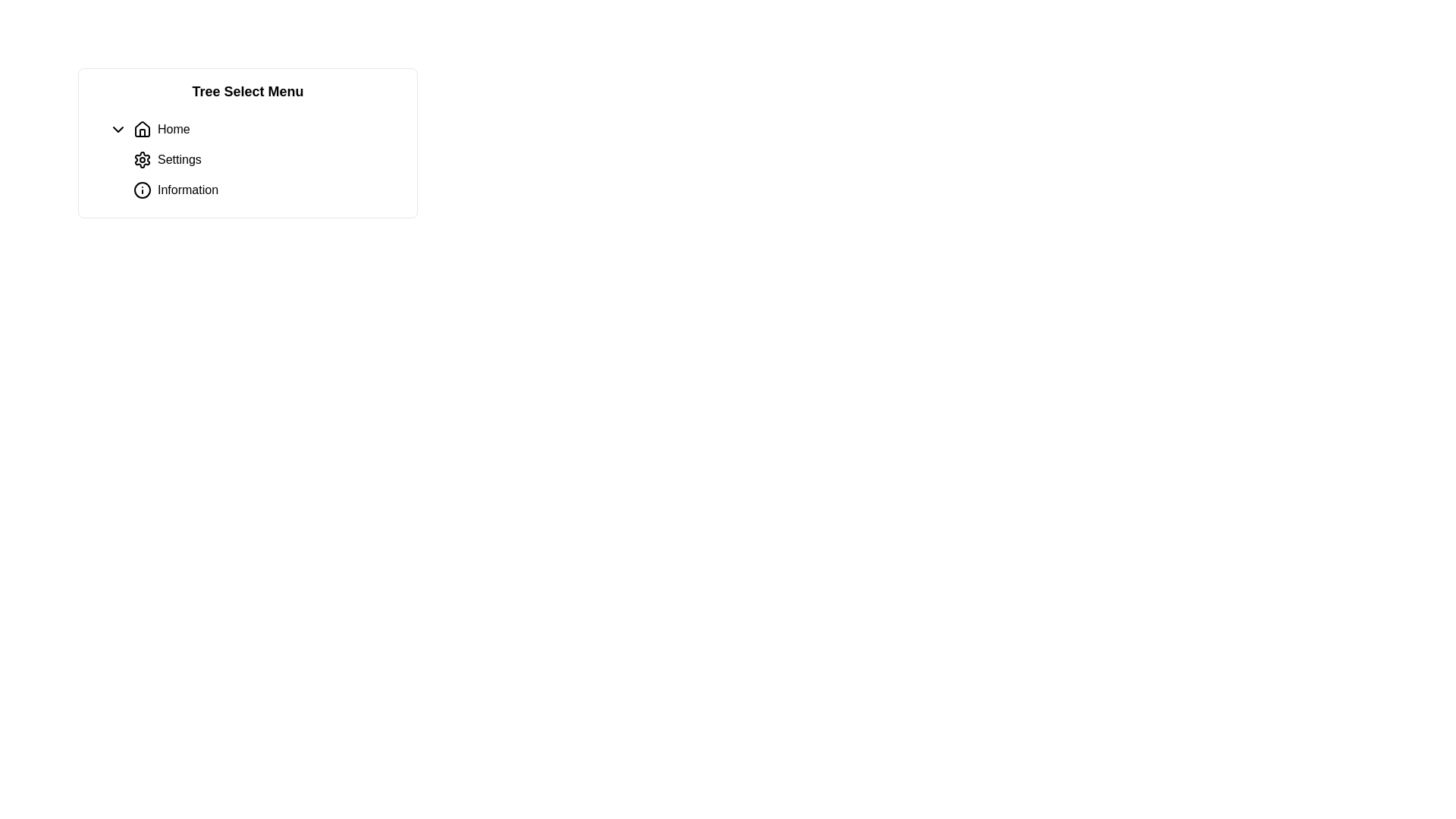 The width and height of the screenshot is (1456, 819). I want to click on the gear icon located next to the 'Settings' text in the 'Tree Select Menu', so click(142, 160).